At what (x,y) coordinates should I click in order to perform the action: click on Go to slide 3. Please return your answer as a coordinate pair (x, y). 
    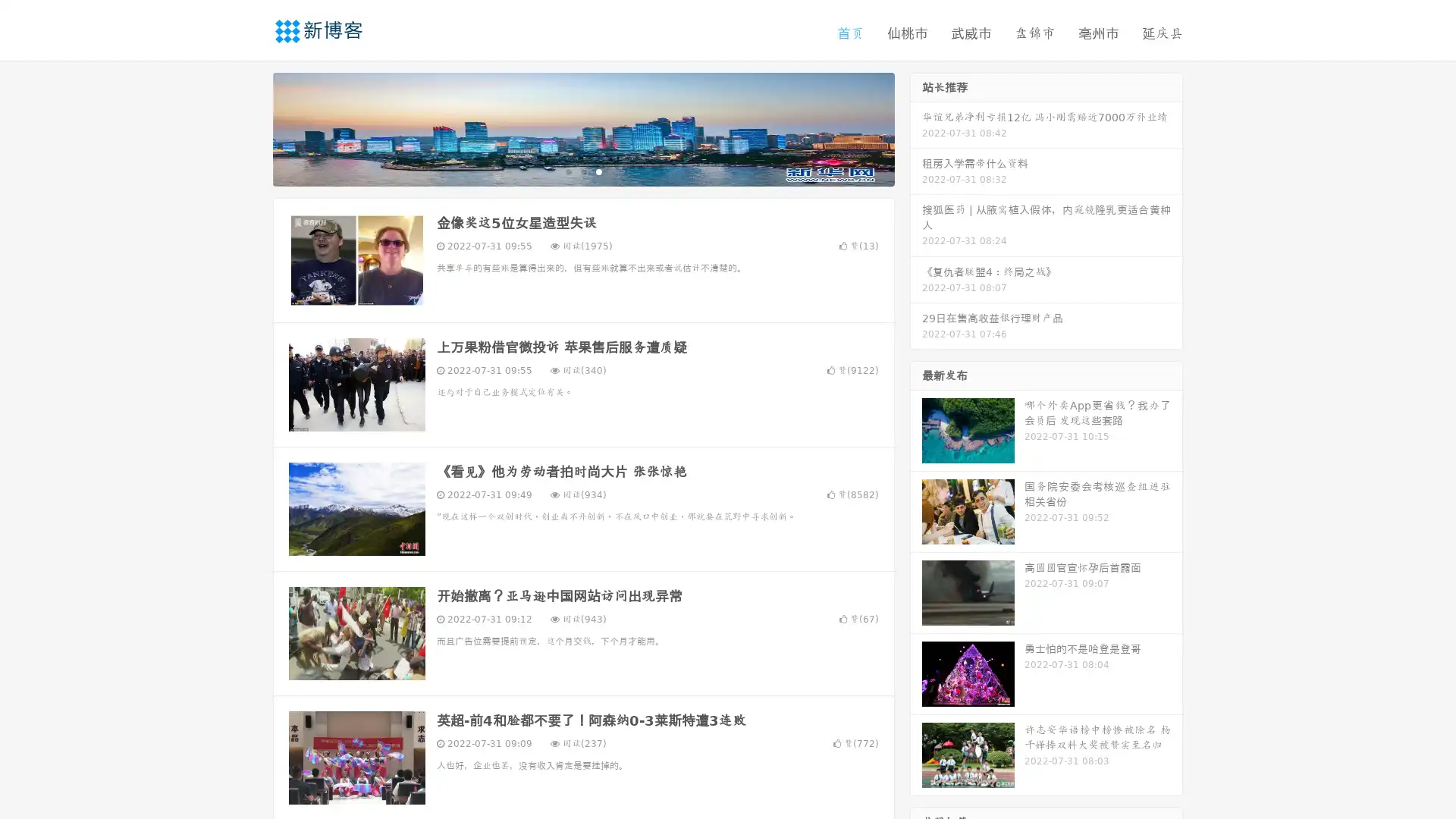
    Looking at the image, I should click on (598, 171).